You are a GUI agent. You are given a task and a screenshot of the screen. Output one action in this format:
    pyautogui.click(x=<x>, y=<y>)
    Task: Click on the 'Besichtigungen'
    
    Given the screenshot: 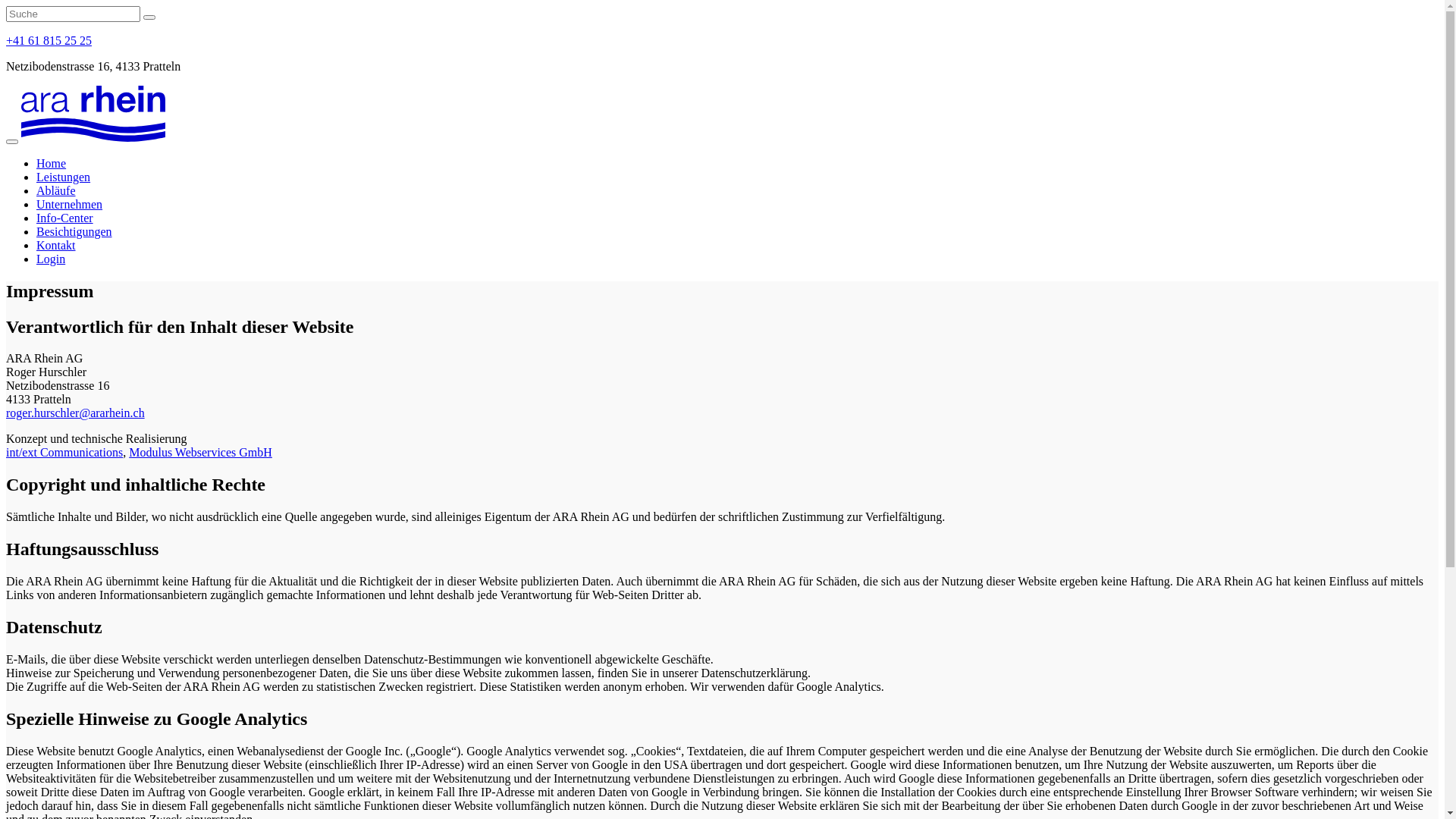 What is the action you would take?
    pyautogui.click(x=73, y=231)
    